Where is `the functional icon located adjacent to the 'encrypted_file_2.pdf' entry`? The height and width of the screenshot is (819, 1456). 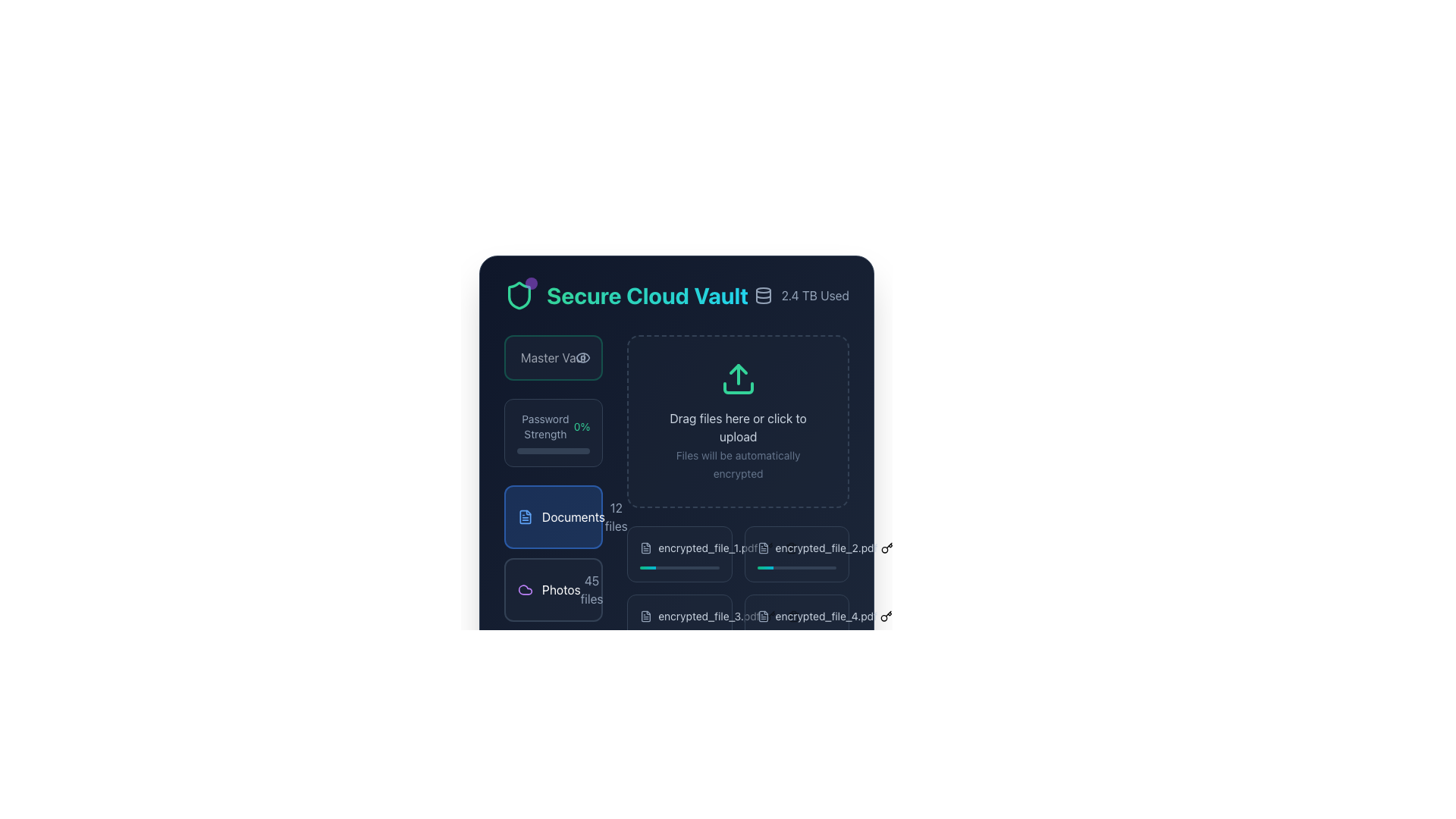
the functional icon located adjacent to the 'encrypted_file_2.pdf' entry is located at coordinates (886, 548).